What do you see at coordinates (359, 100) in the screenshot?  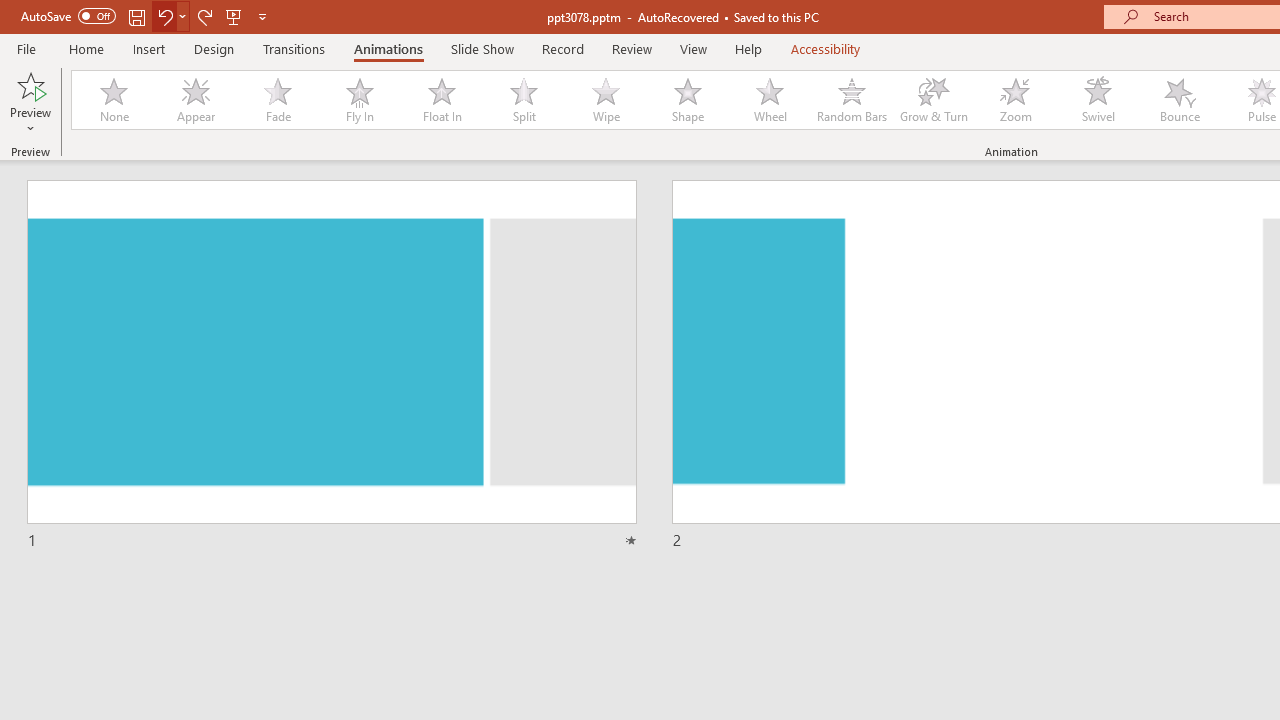 I see `'Fly In'` at bounding box center [359, 100].